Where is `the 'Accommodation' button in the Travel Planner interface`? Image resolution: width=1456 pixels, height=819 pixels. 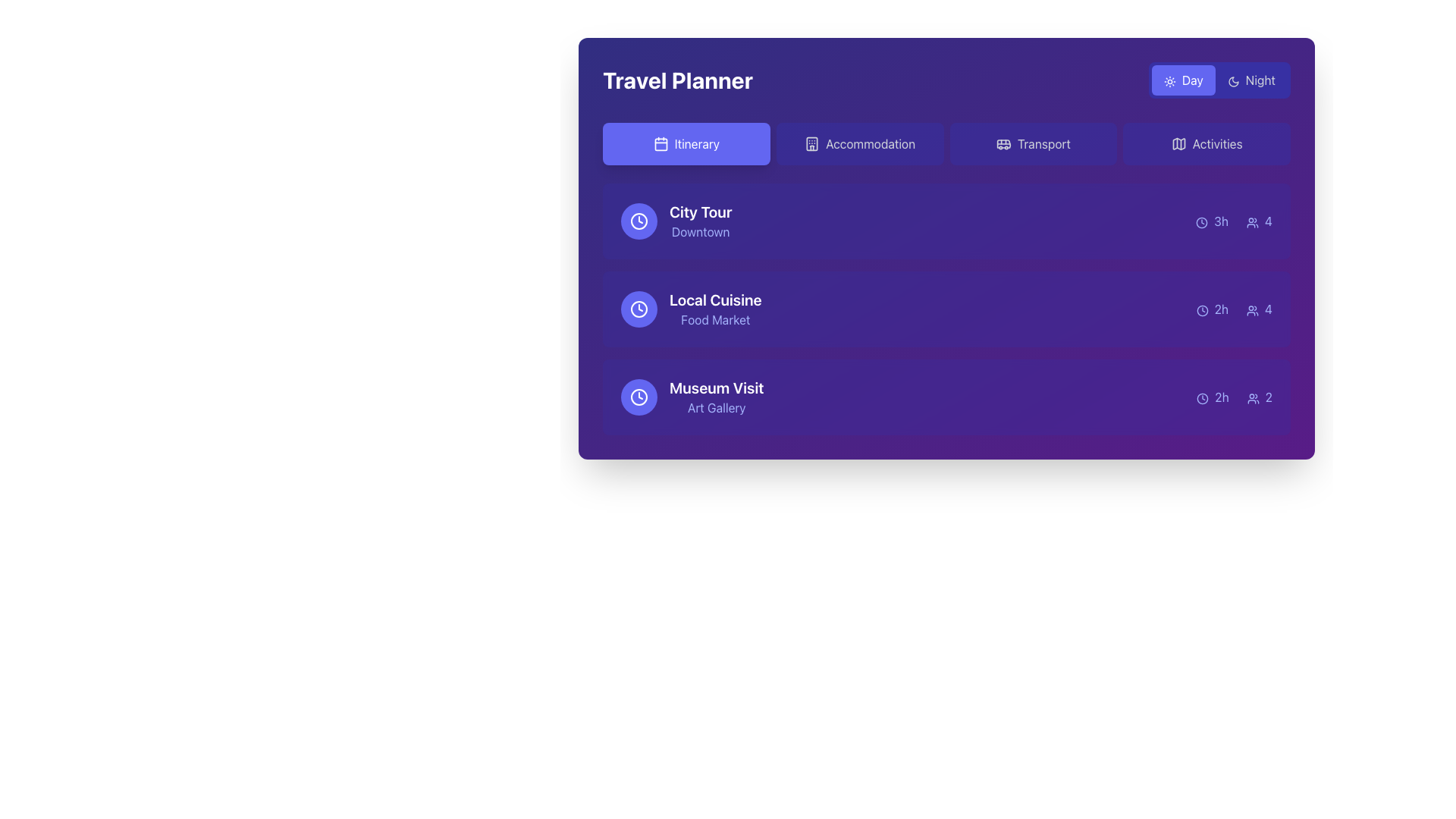
the 'Accommodation' button in the Travel Planner interface is located at coordinates (859, 143).